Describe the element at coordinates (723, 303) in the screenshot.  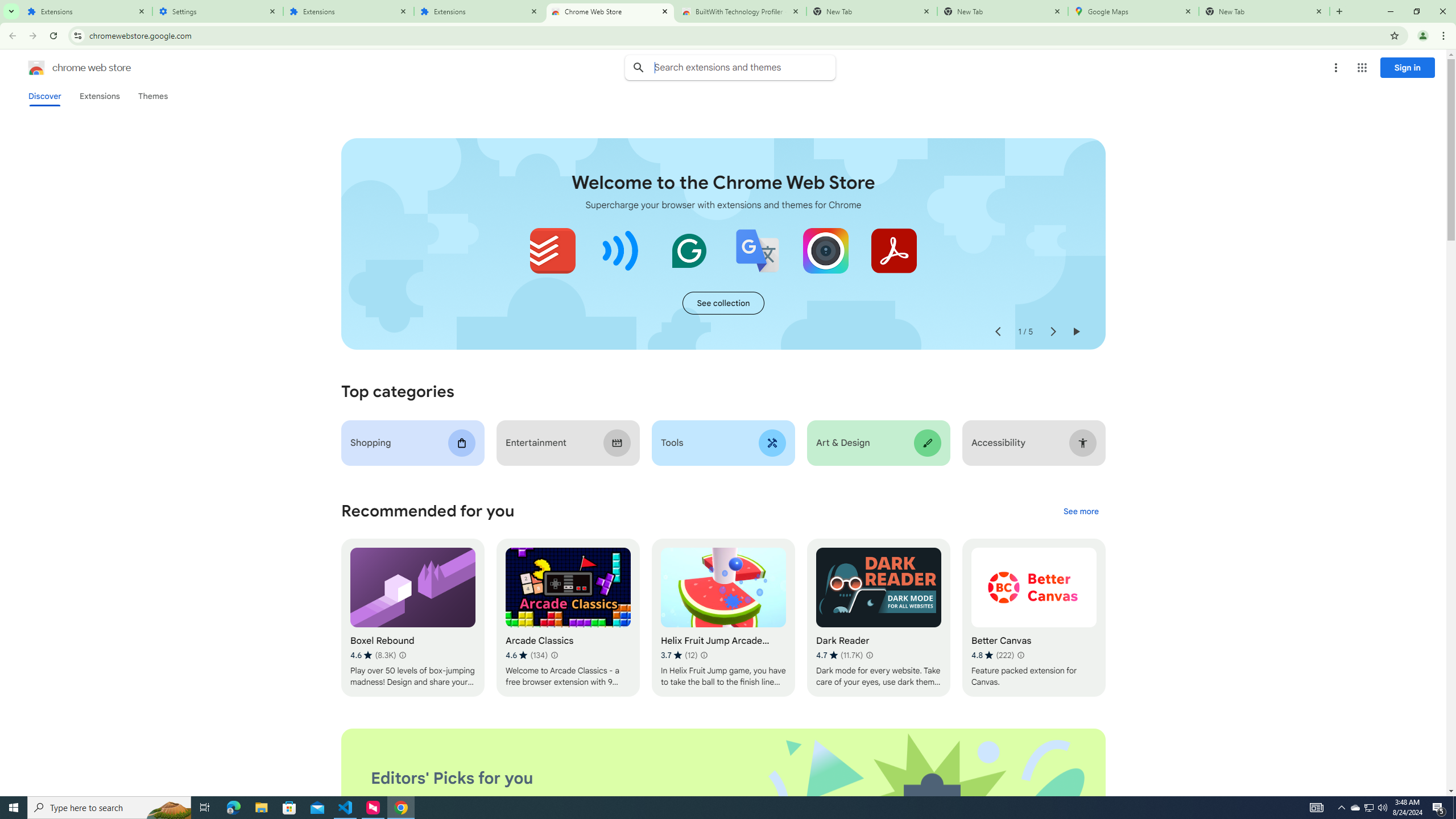
I see `'See more of the "Extensions starter kit" collection'` at that location.